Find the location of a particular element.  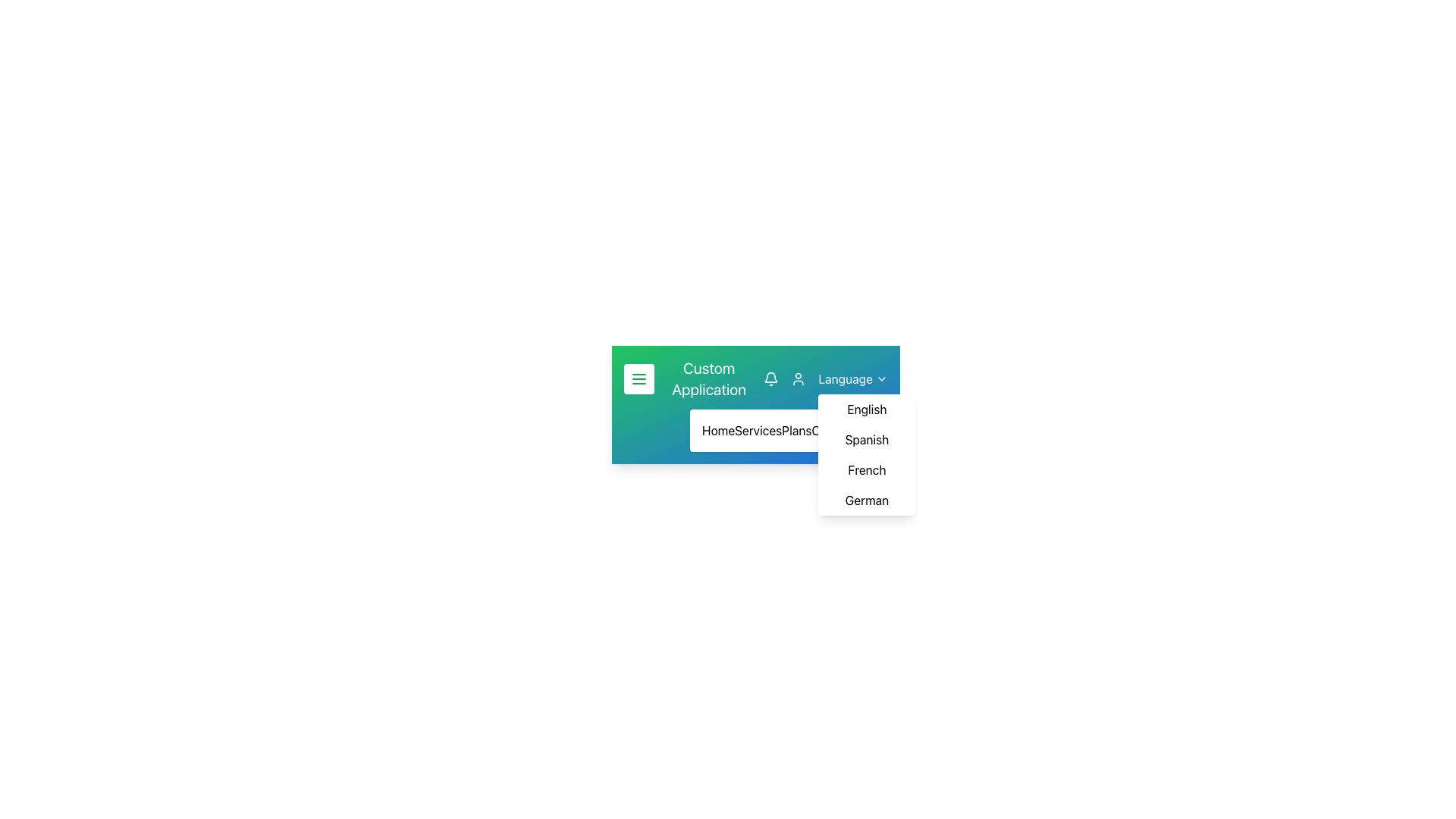

the 'German' option in the dropdown menu is located at coordinates (867, 500).